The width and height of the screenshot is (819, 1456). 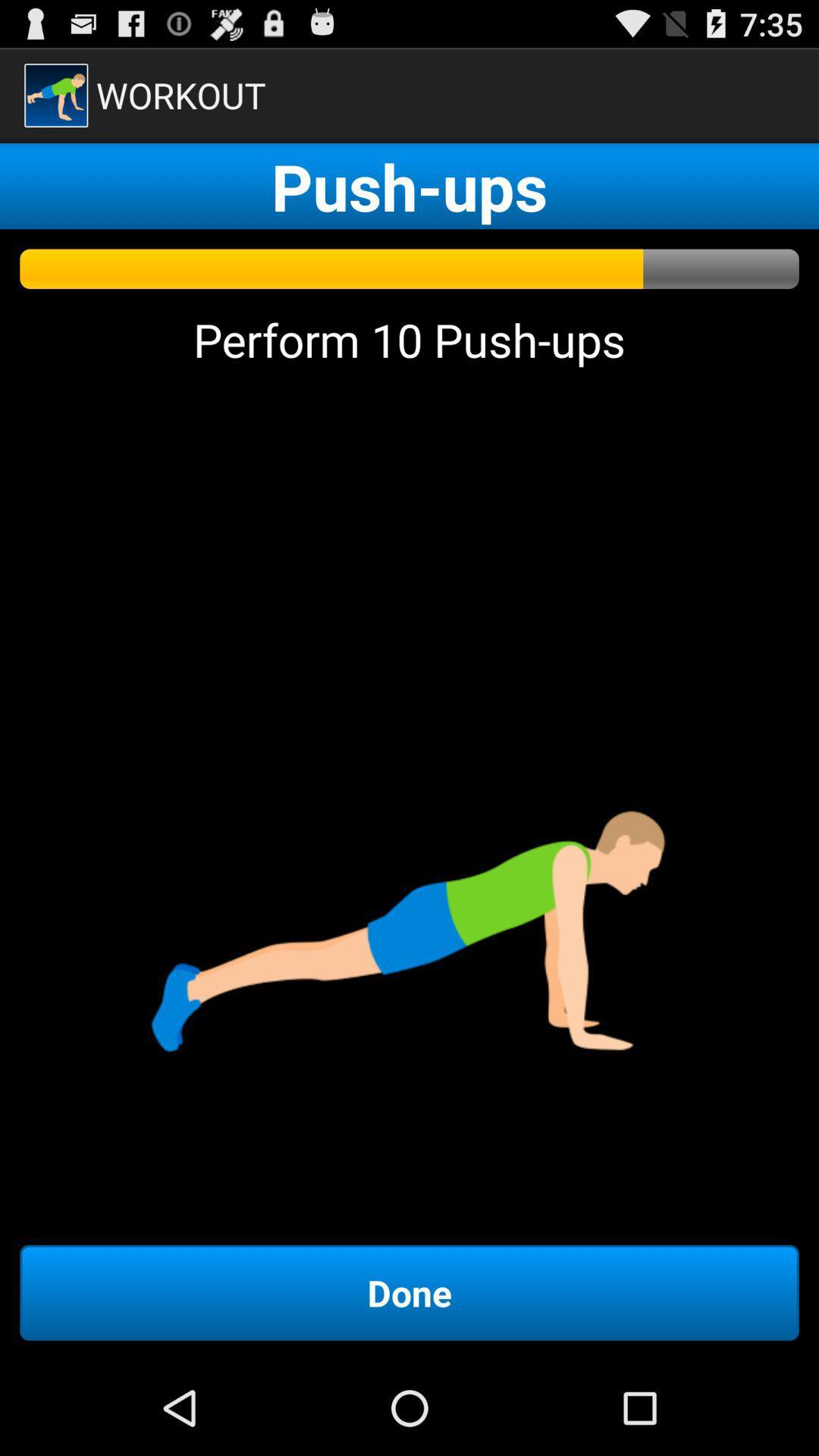 I want to click on the done, so click(x=409, y=1291).